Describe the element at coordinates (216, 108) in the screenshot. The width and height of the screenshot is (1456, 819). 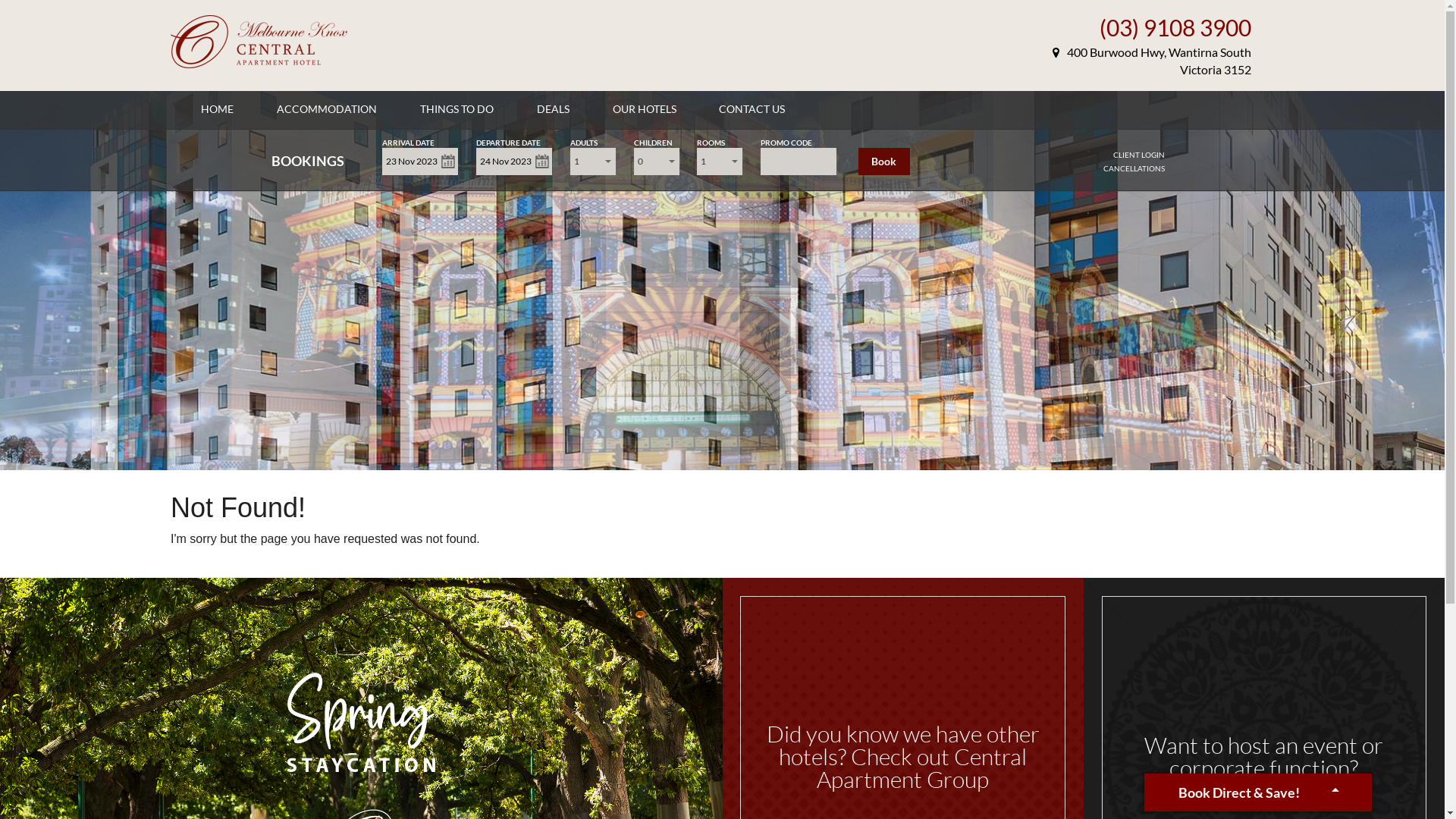
I see `'HOME'` at that location.